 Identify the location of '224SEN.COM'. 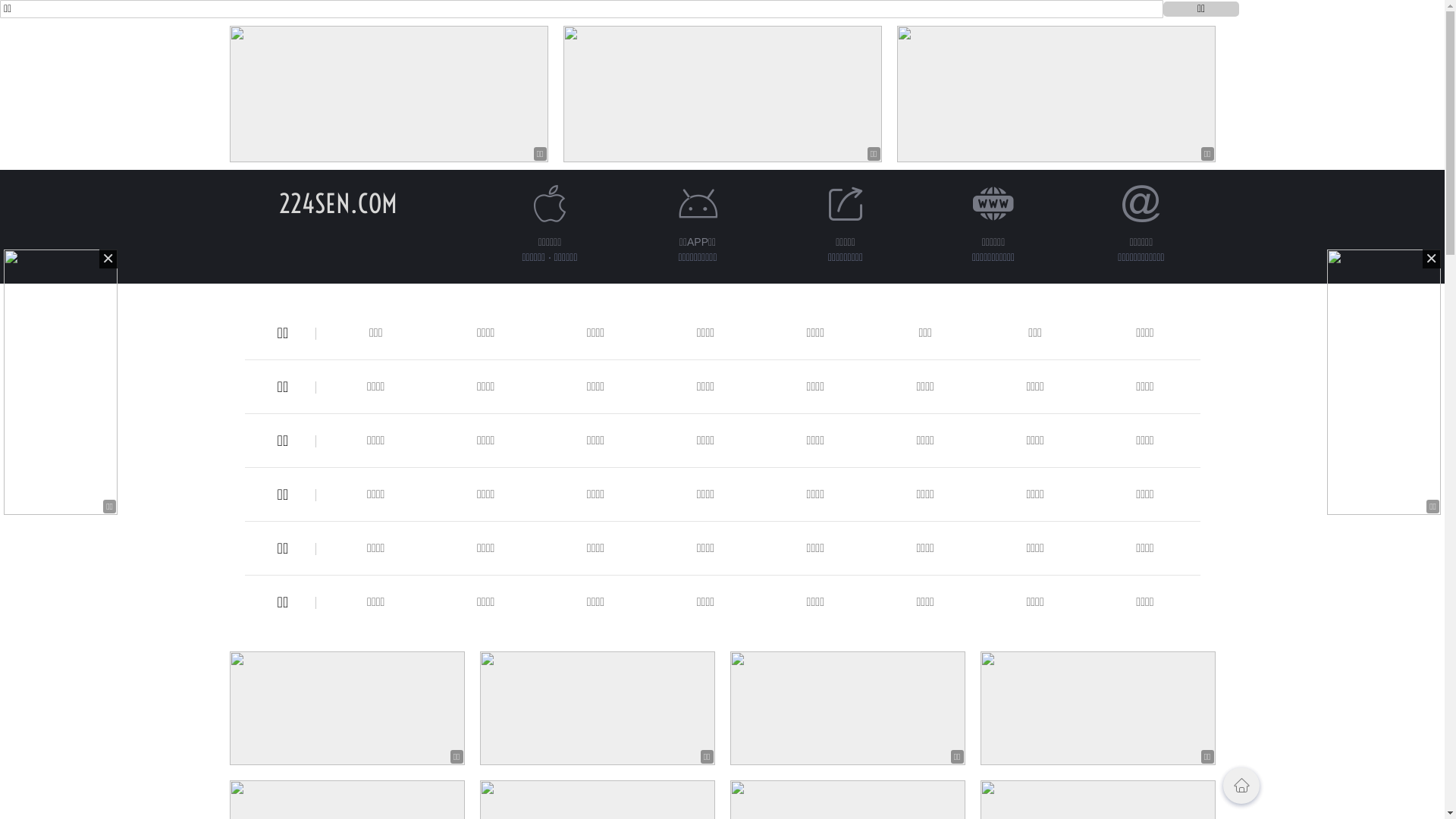
(337, 202).